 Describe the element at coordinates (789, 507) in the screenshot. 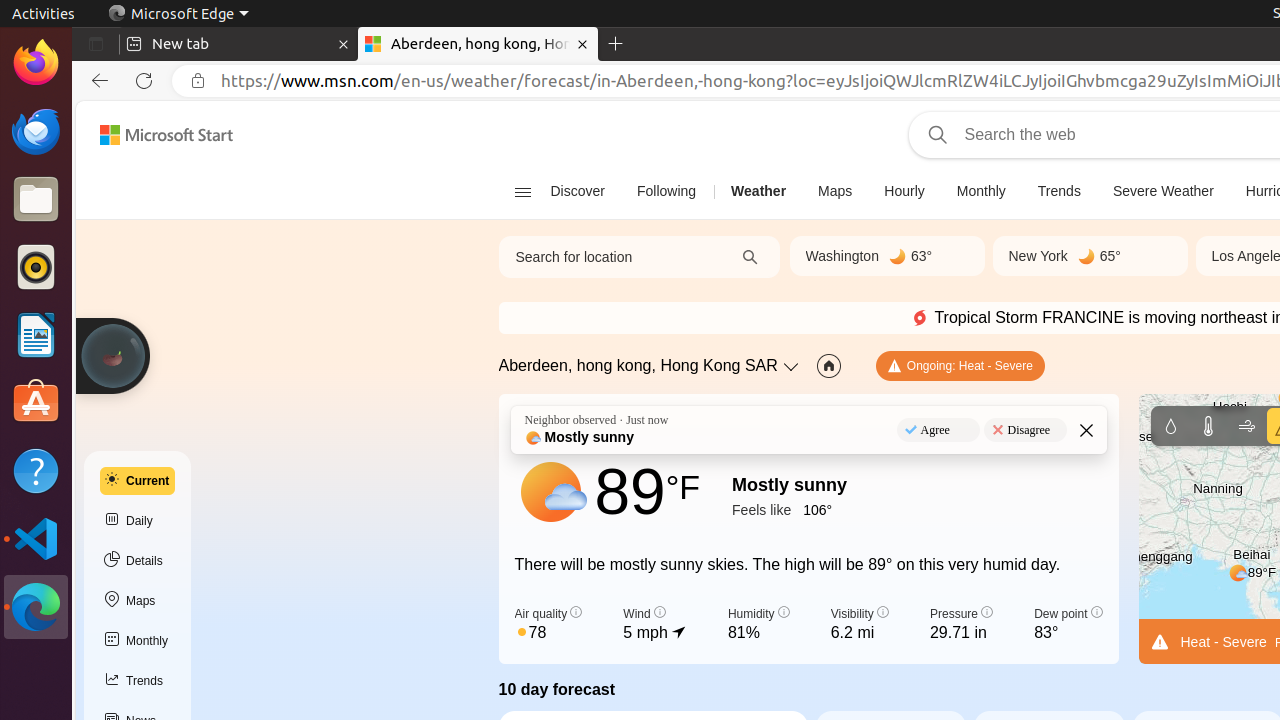

I see `'Feels like ‎106°'` at that location.